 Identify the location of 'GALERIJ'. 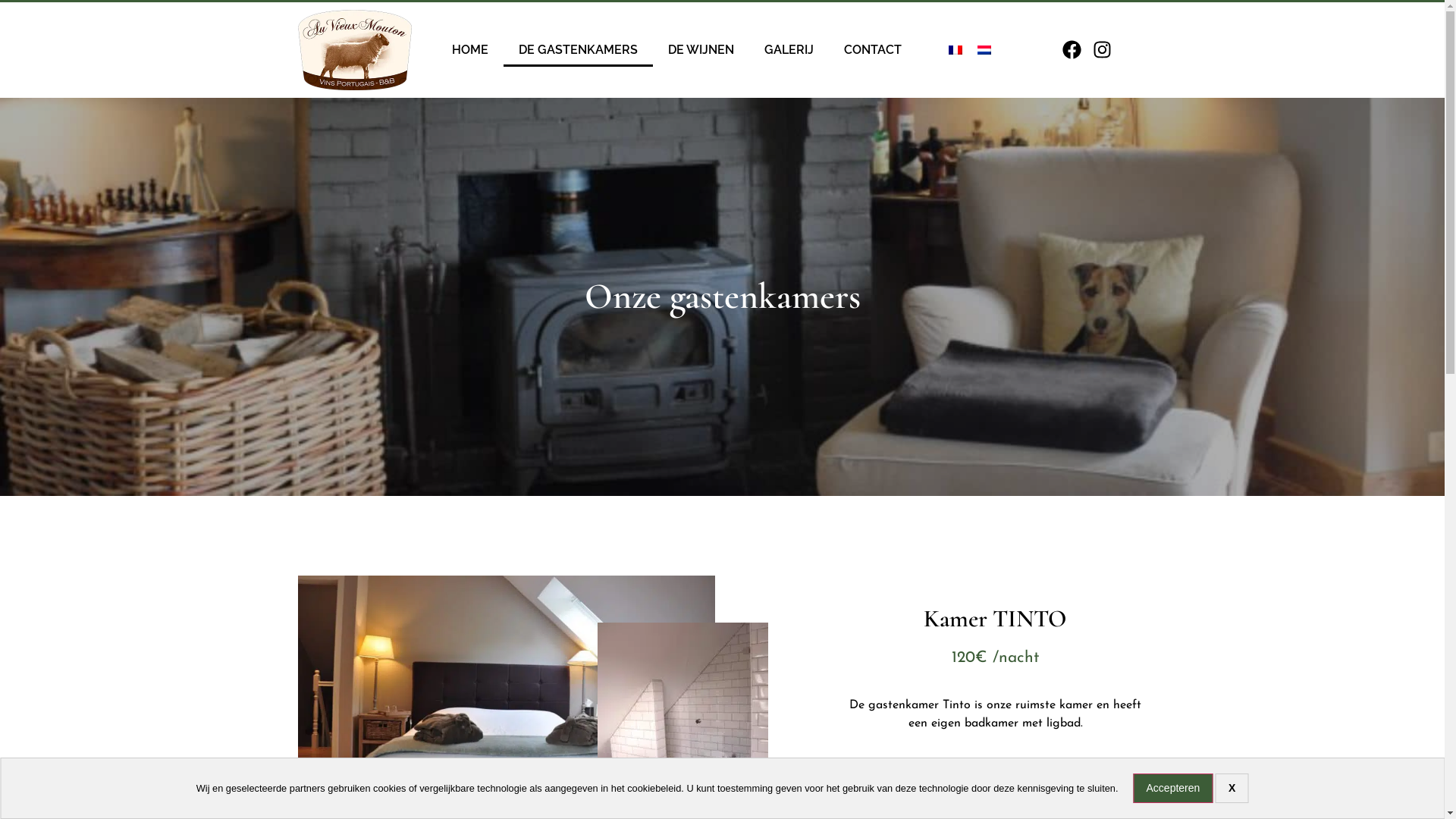
(789, 49).